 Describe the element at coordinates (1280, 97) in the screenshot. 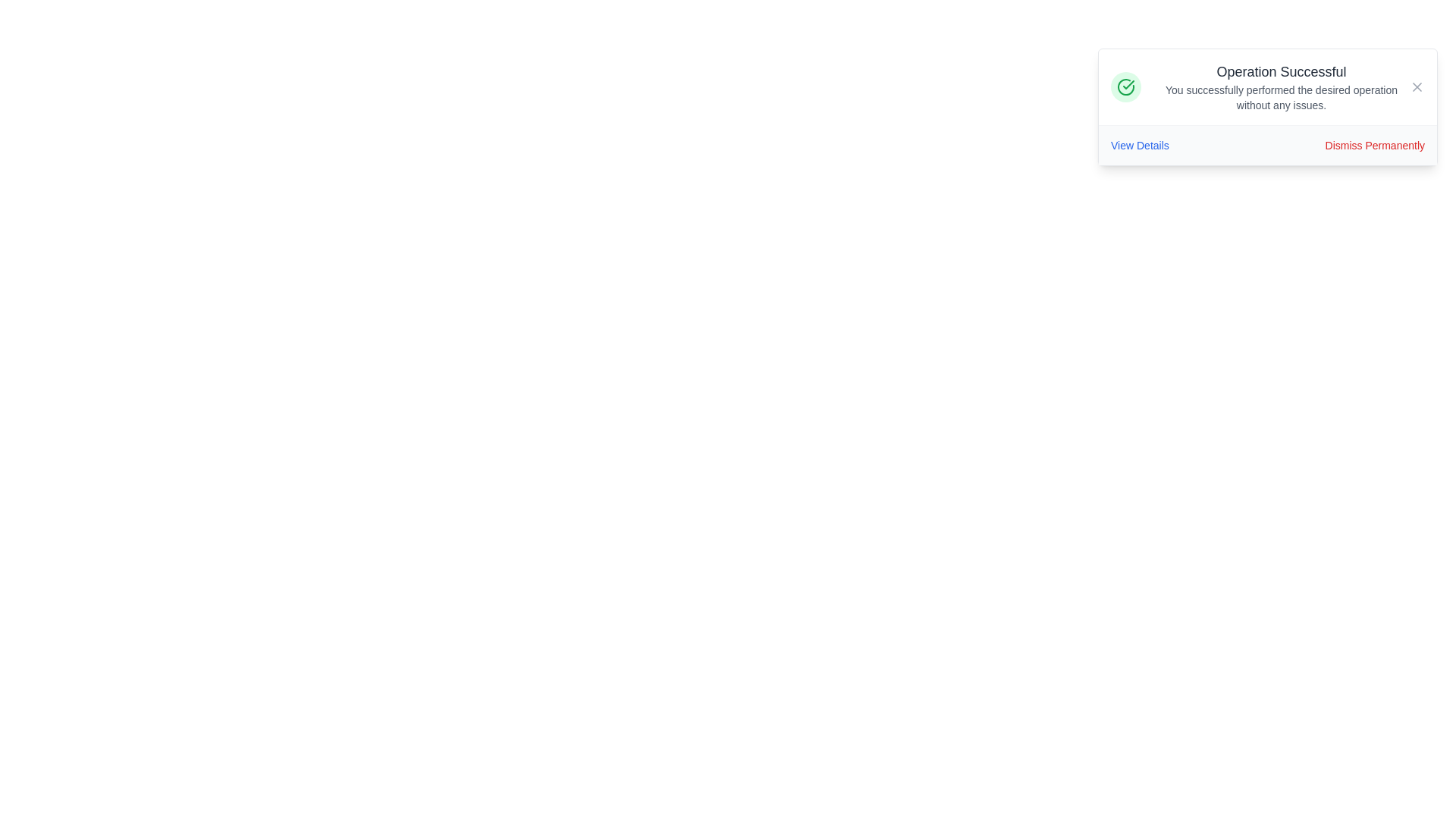

I see `the text element that reads 'You successfully performed the desired operation without any issues.', which is styled in a small font and light gray color, located below the title 'Operation Successful' in the notification card at the top-right corner of the interface` at that location.